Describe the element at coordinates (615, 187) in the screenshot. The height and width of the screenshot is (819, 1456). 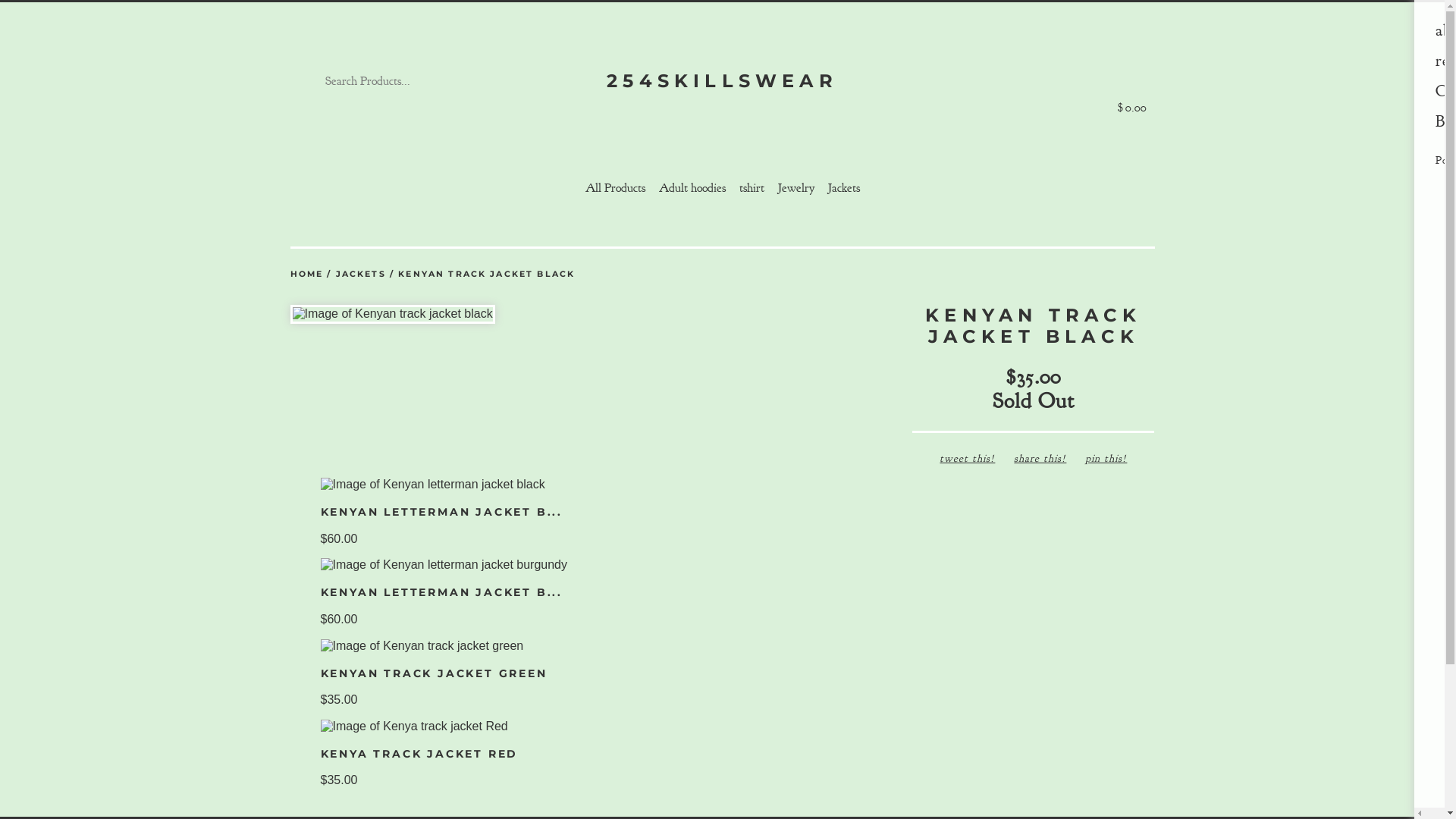
I see `'All Products'` at that location.